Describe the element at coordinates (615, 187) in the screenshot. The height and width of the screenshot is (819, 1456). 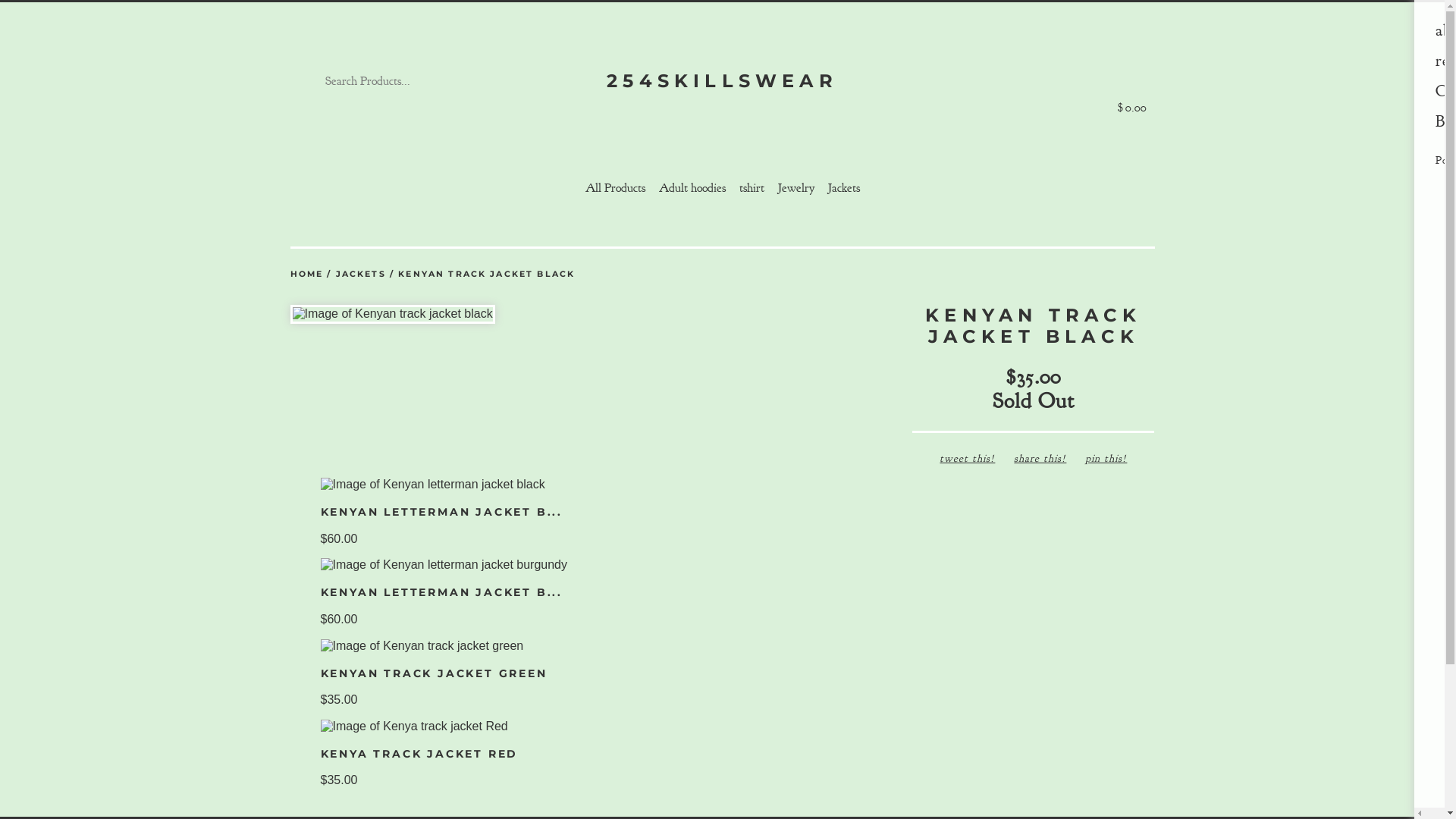
I see `'All Products'` at that location.